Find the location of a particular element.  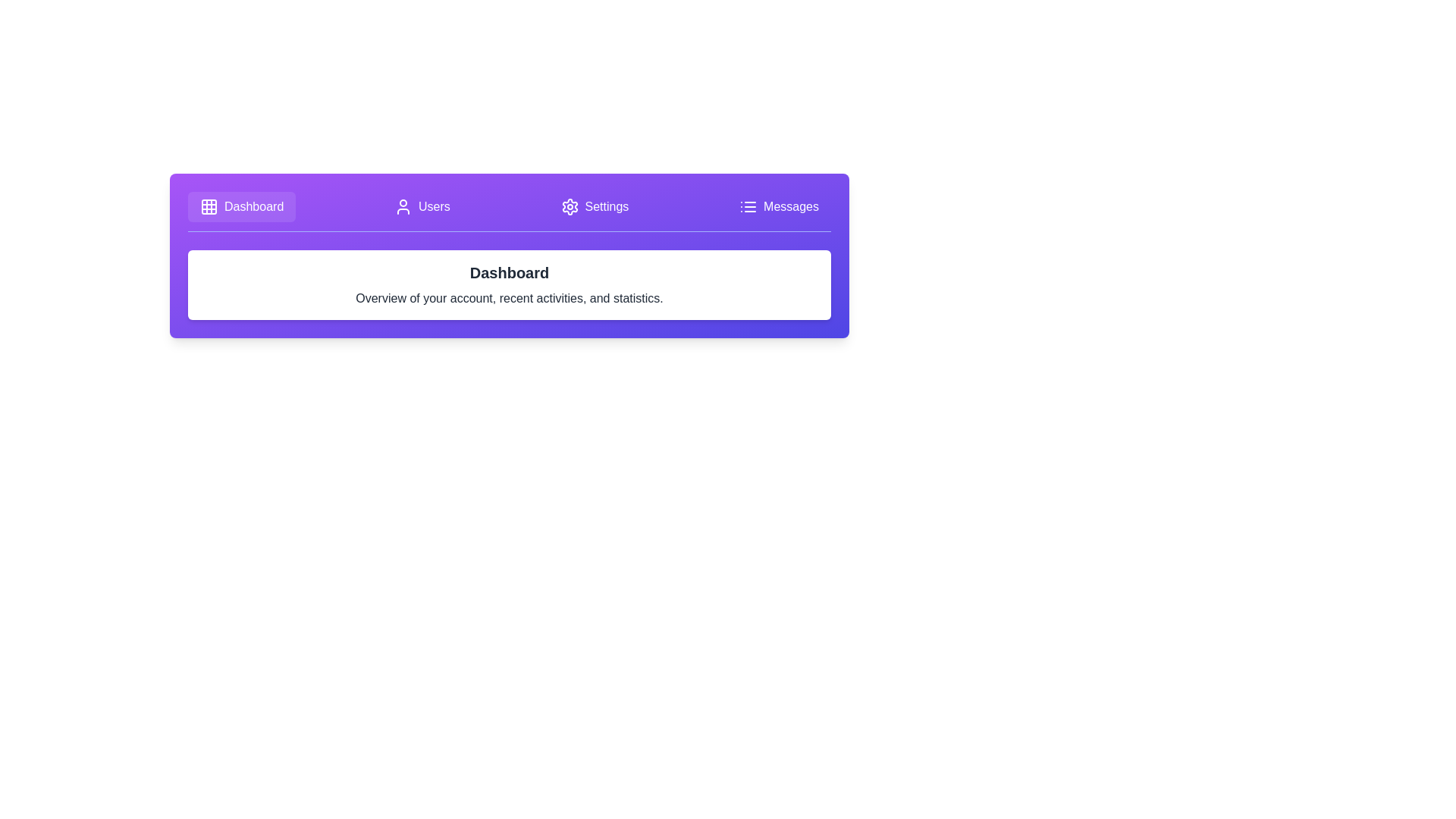

the Dashboard icon located at the top left area of the interface, which is visually separated from the 'Users' navigation option is located at coordinates (208, 207).